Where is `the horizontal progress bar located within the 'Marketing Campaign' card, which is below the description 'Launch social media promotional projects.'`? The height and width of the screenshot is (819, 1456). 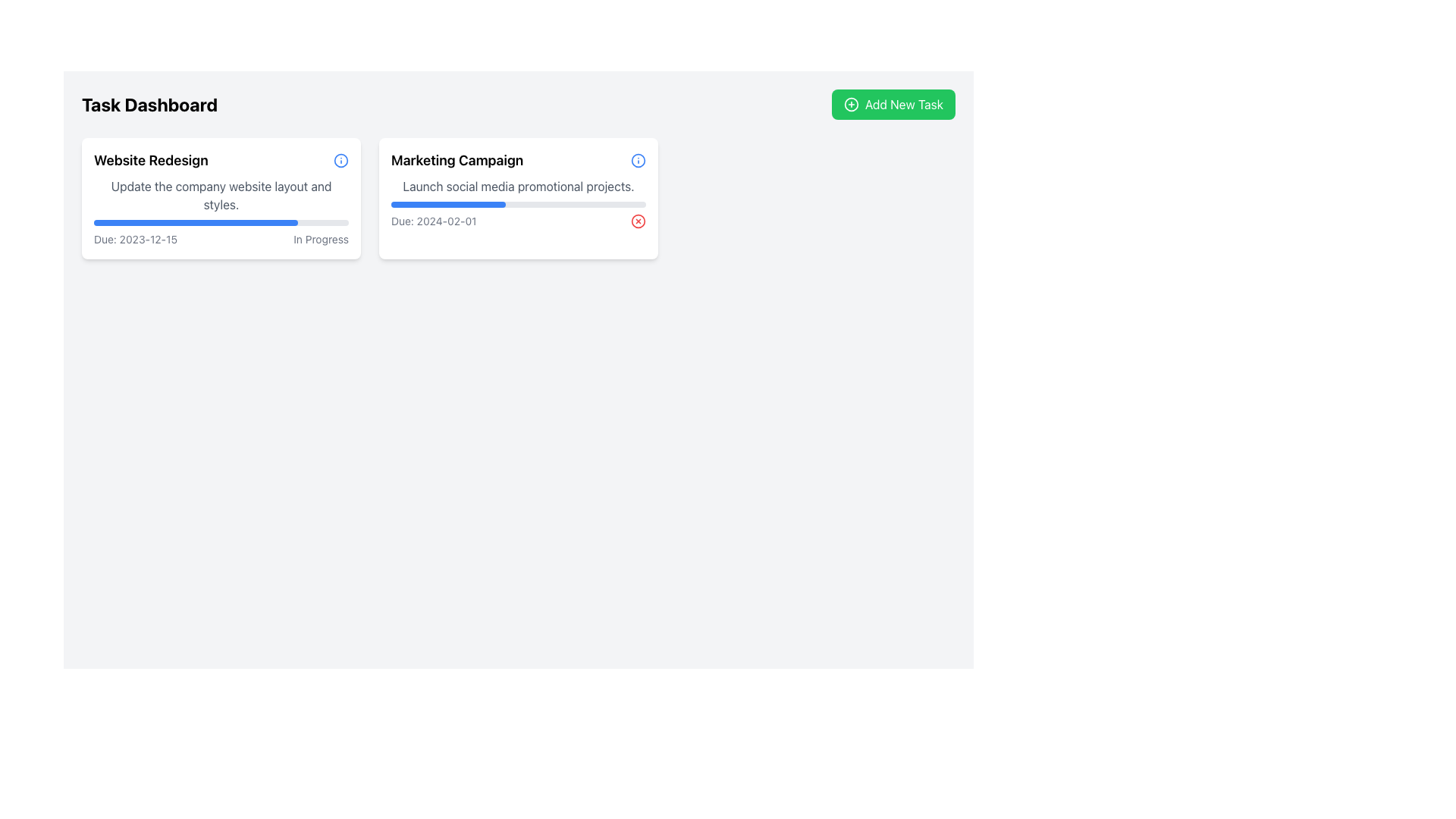
the horizontal progress bar located within the 'Marketing Campaign' card, which is below the description 'Launch social media promotional projects.' is located at coordinates (519, 205).